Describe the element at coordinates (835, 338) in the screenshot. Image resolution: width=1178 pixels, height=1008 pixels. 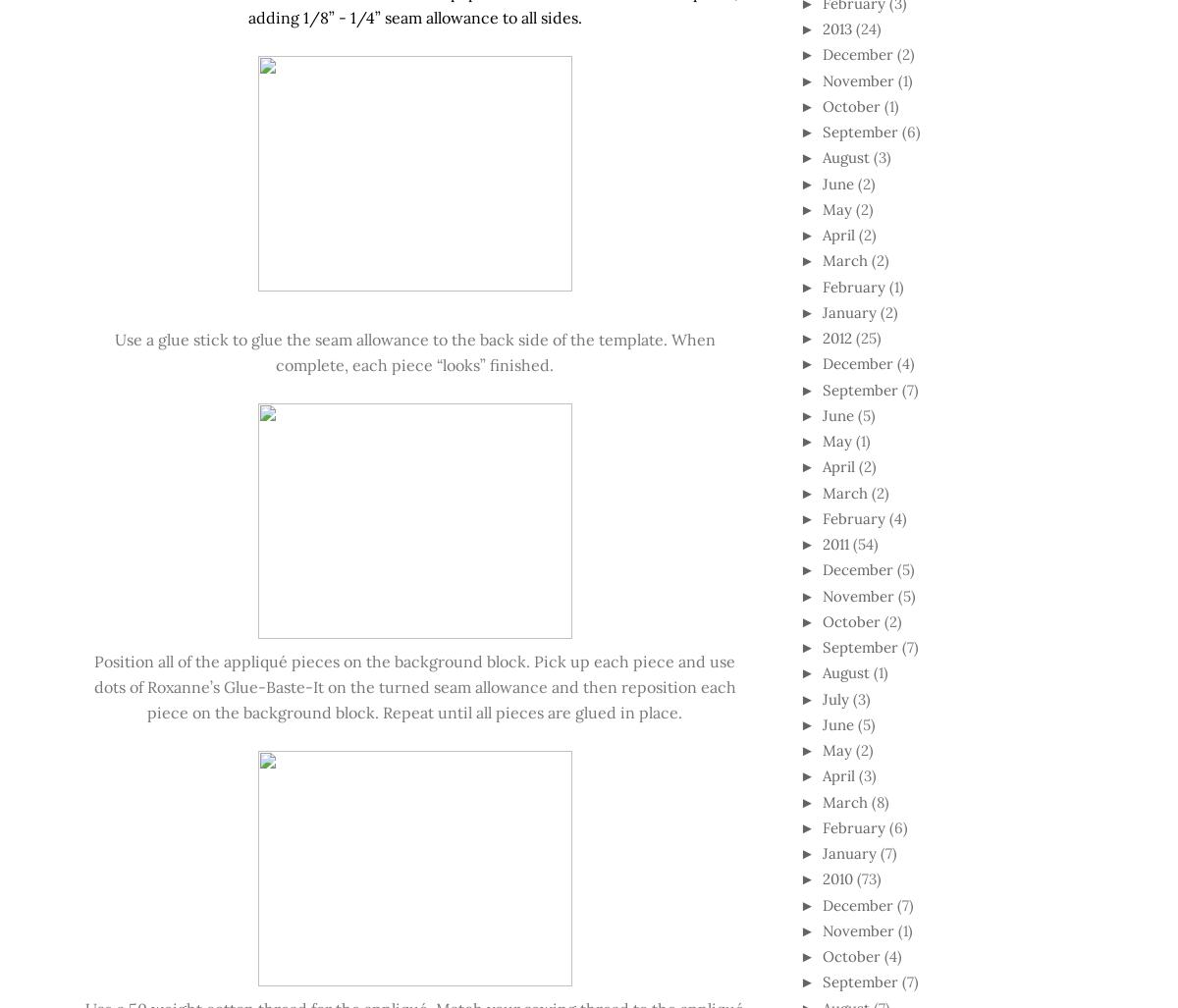
I see `'2012'` at that location.